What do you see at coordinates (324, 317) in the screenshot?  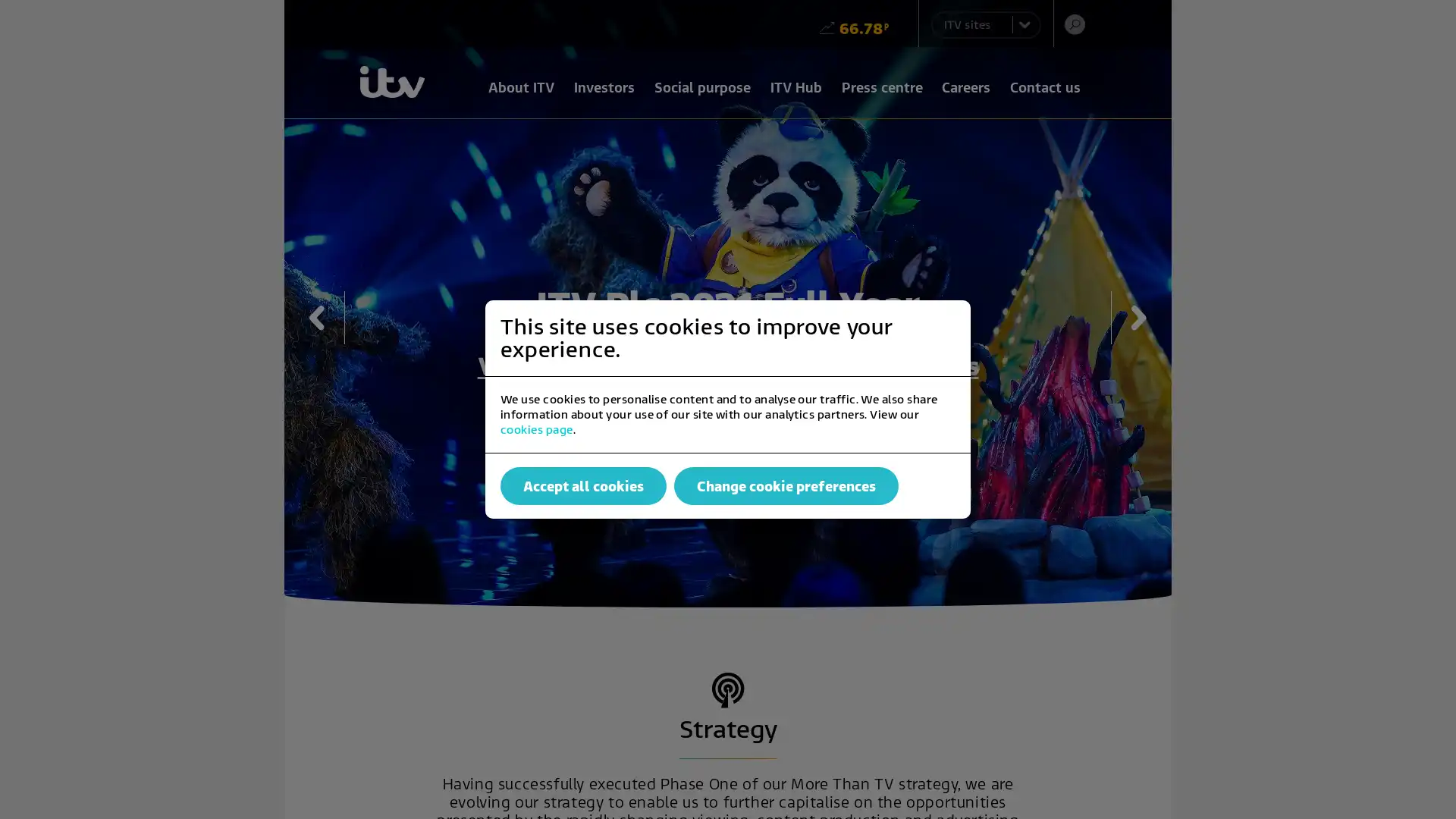 I see `Previous` at bounding box center [324, 317].